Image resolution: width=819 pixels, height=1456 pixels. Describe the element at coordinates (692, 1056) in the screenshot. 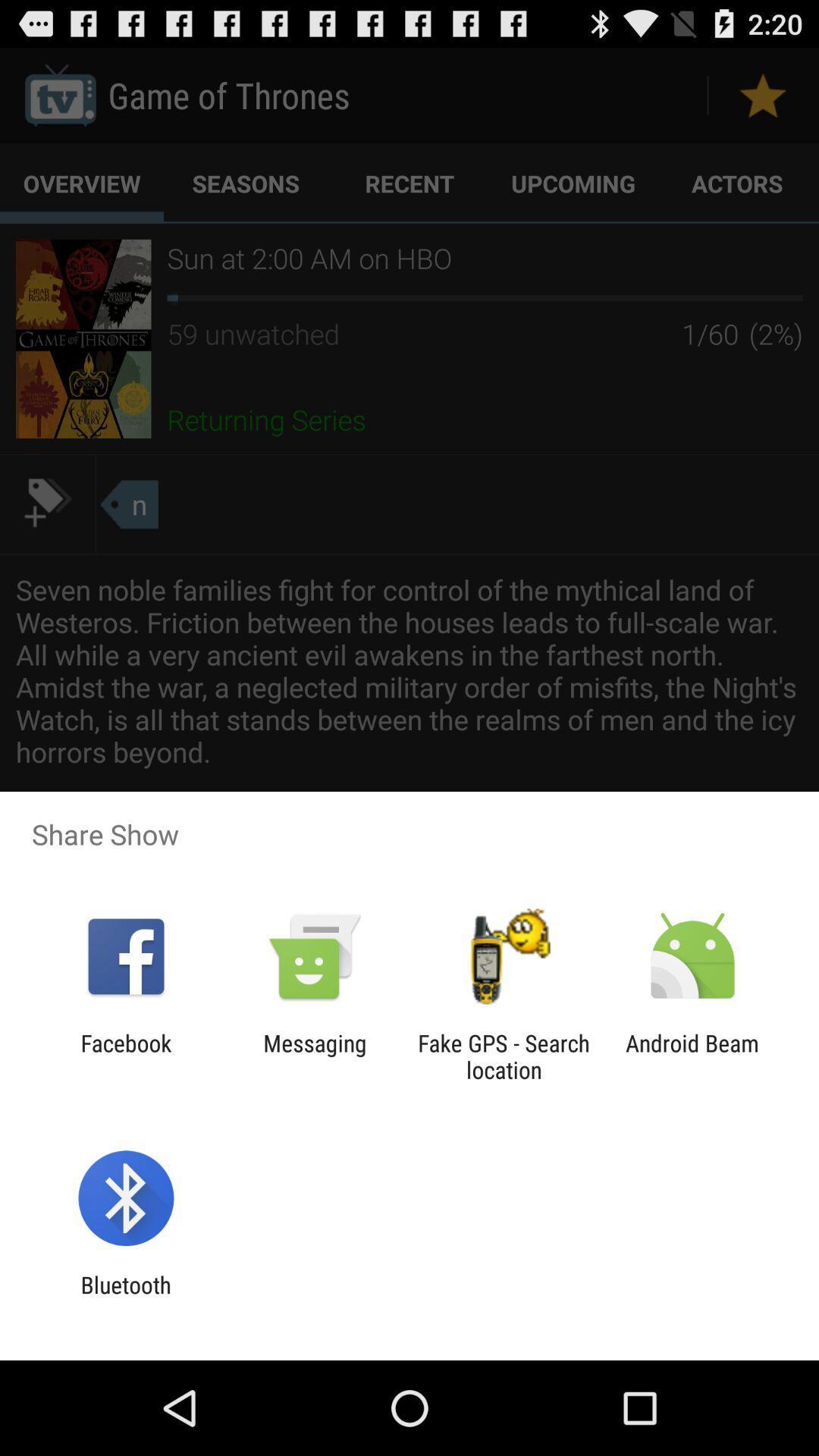

I see `android beam item` at that location.